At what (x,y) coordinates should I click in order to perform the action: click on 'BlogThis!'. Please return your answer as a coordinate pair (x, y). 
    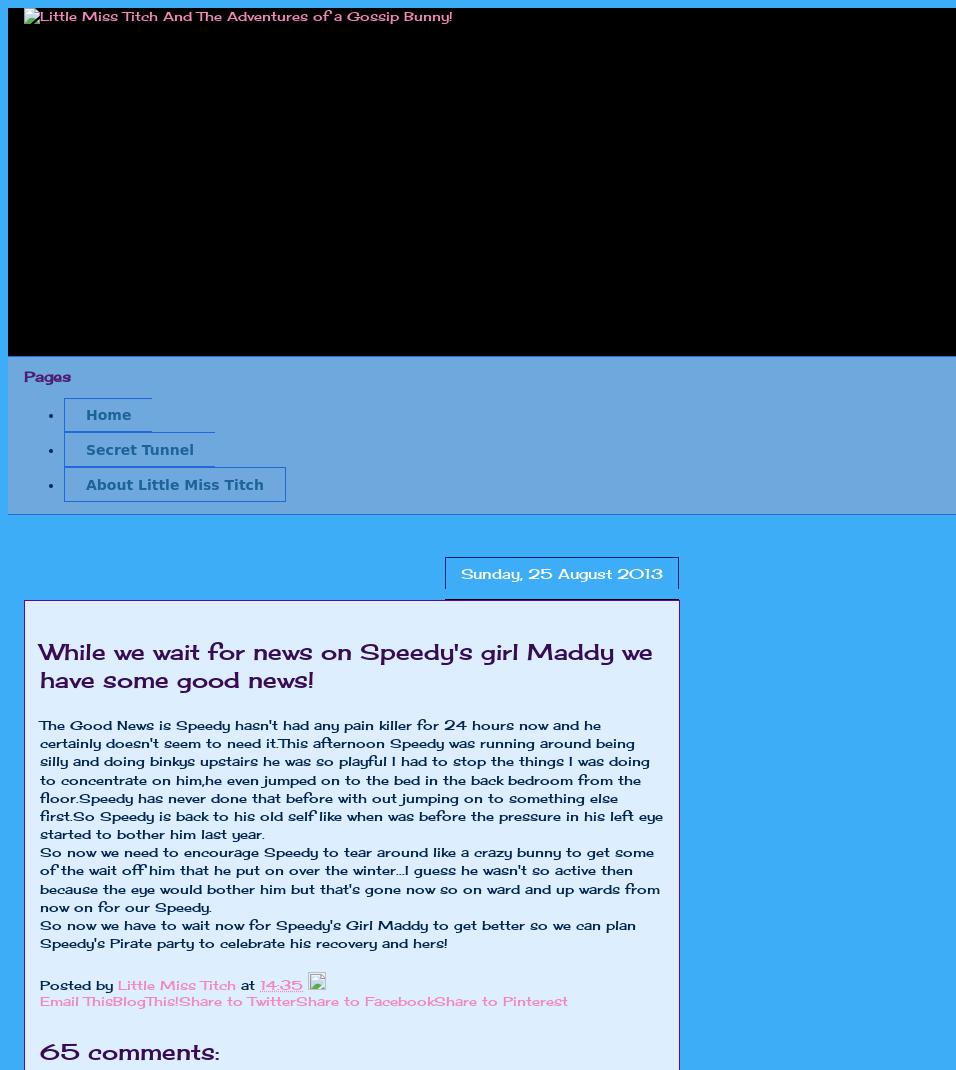
    Looking at the image, I should click on (145, 1000).